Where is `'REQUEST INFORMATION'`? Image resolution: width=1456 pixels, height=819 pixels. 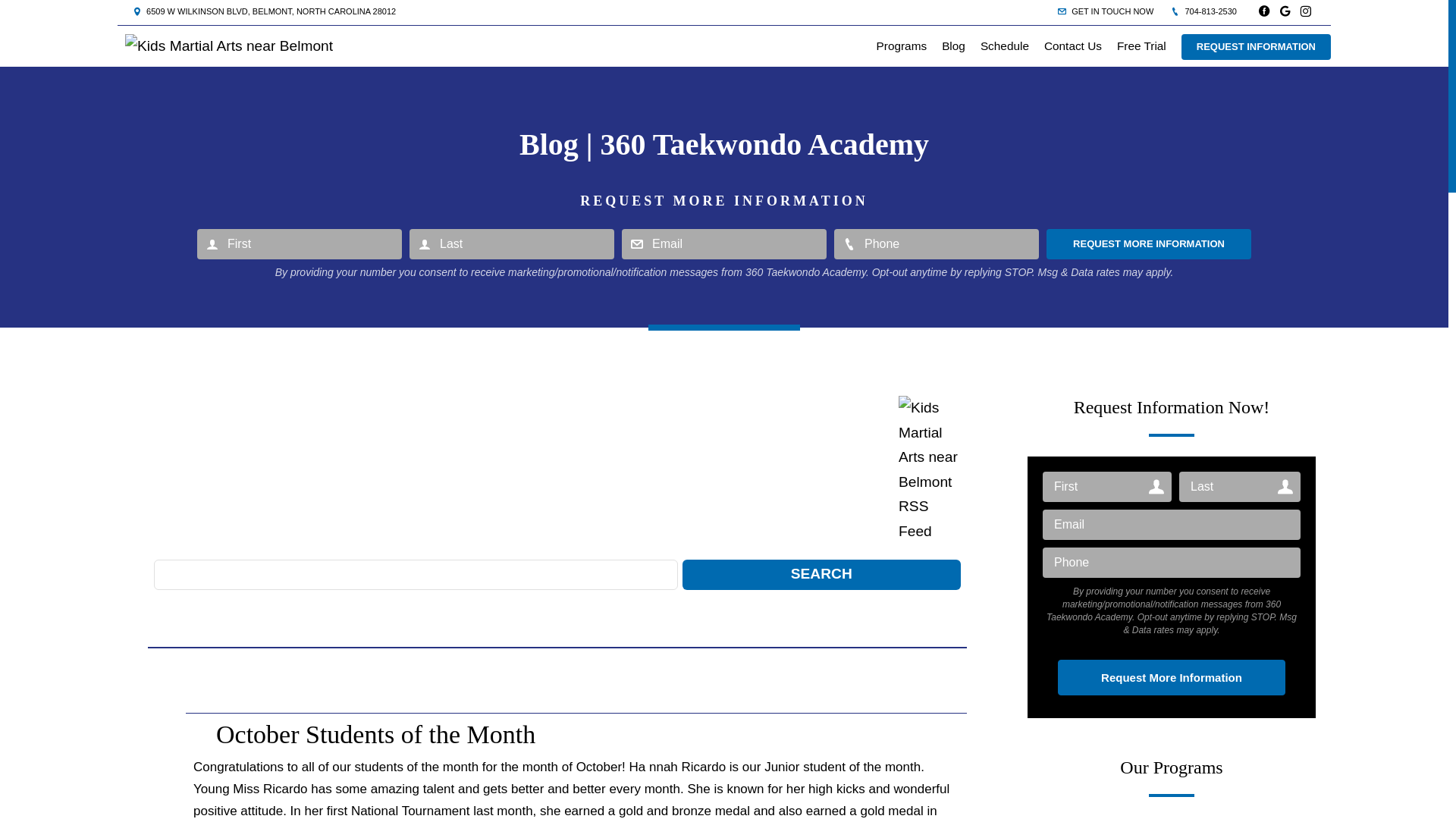
'REQUEST INFORMATION' is located at coordinates (1256, 45).